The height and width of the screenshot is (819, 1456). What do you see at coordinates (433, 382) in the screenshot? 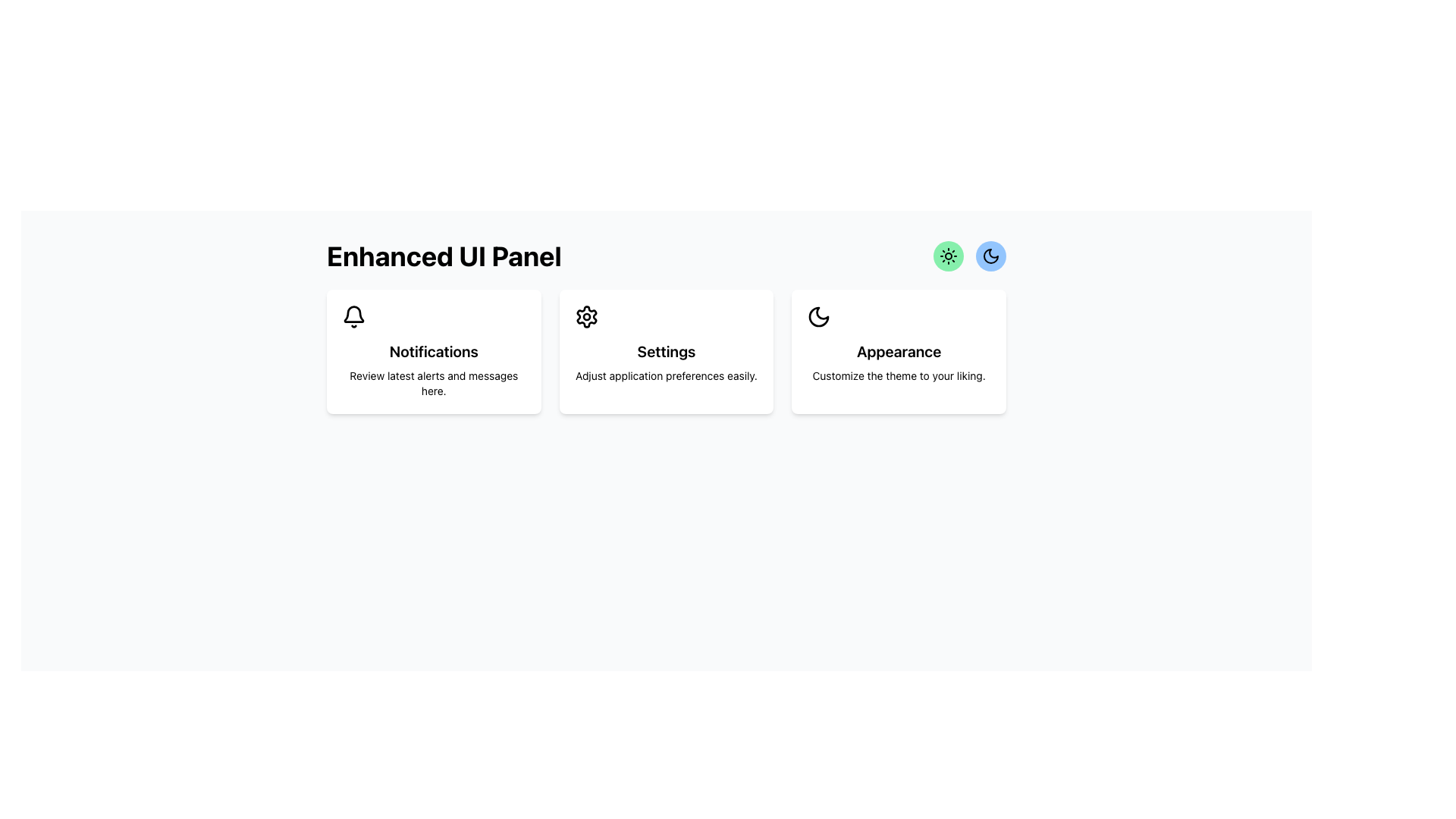
I see `information provided in the Text component located under the 'Notifications' title, which invites the user to review the latest alerts and messages` at bounding box center [433, 382].